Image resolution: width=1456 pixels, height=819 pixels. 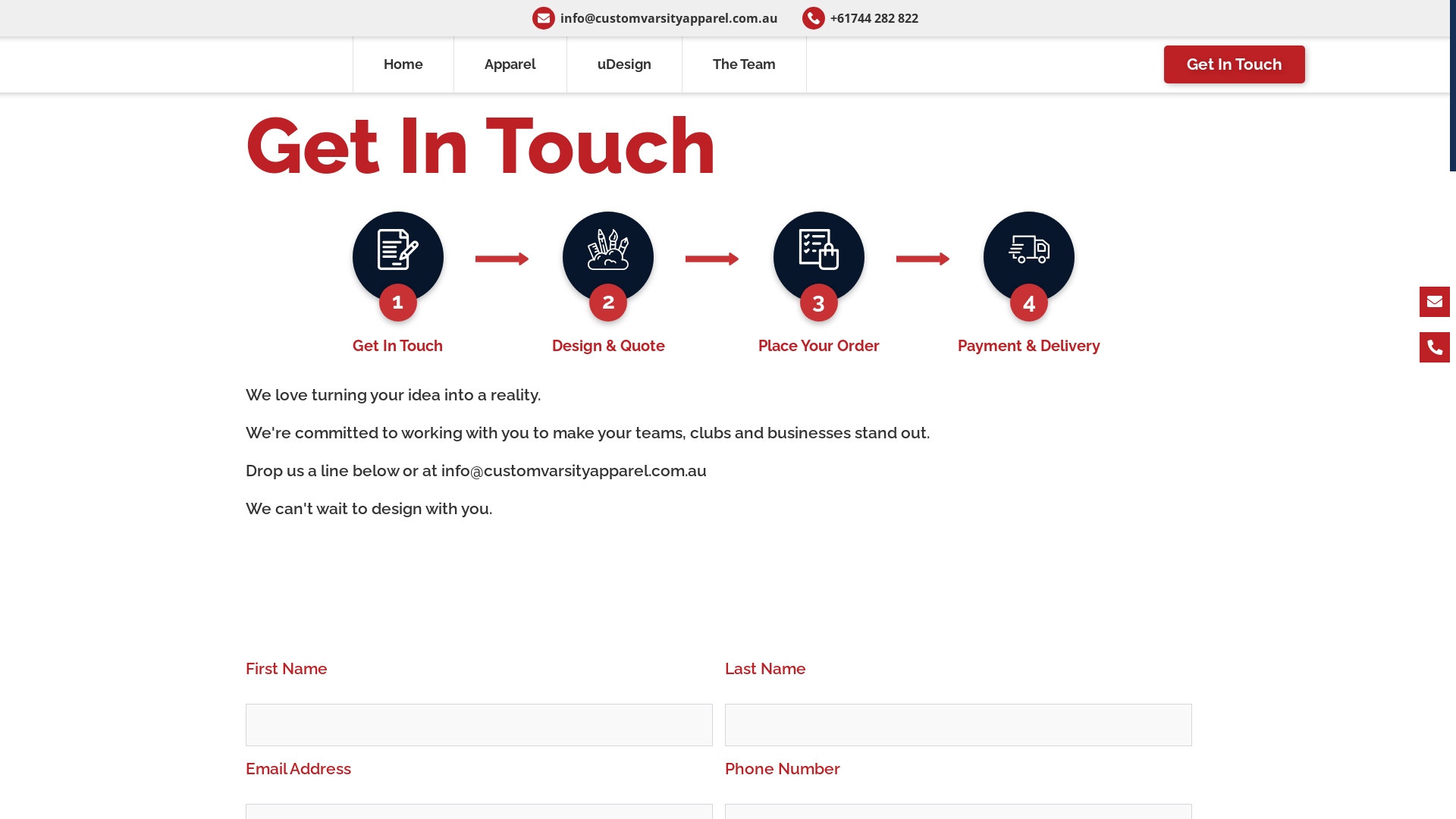 I want to click on 'Home', so click(x=403, y=63).